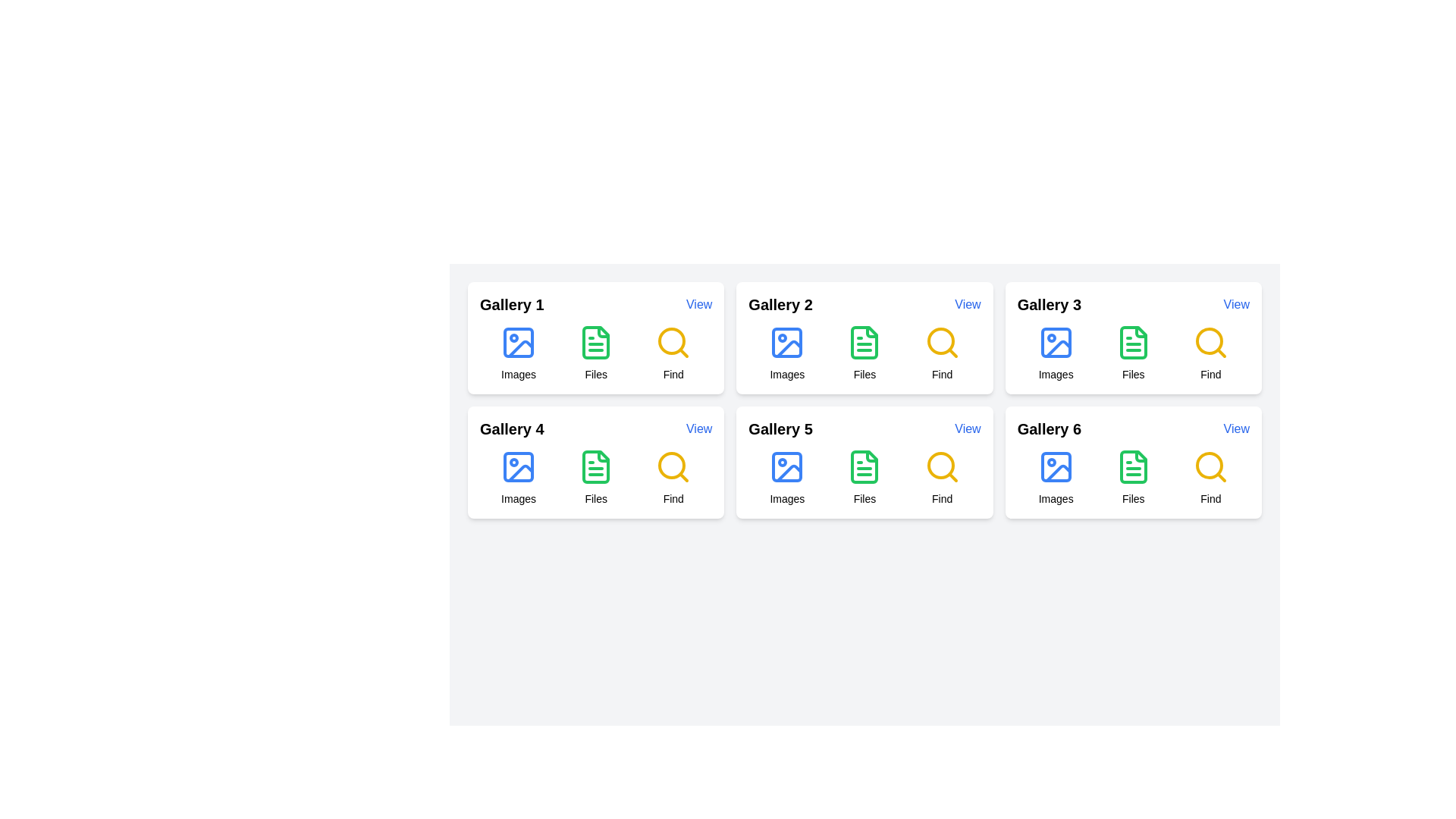 Image resolution: width=1456 pixels, height=819 pixels. What do you see at coordinates (1055, 342) in the screenshot?
I see `the 'Images' category icon in the 'Gallery 3' section` at bounding box center [1055, 342].